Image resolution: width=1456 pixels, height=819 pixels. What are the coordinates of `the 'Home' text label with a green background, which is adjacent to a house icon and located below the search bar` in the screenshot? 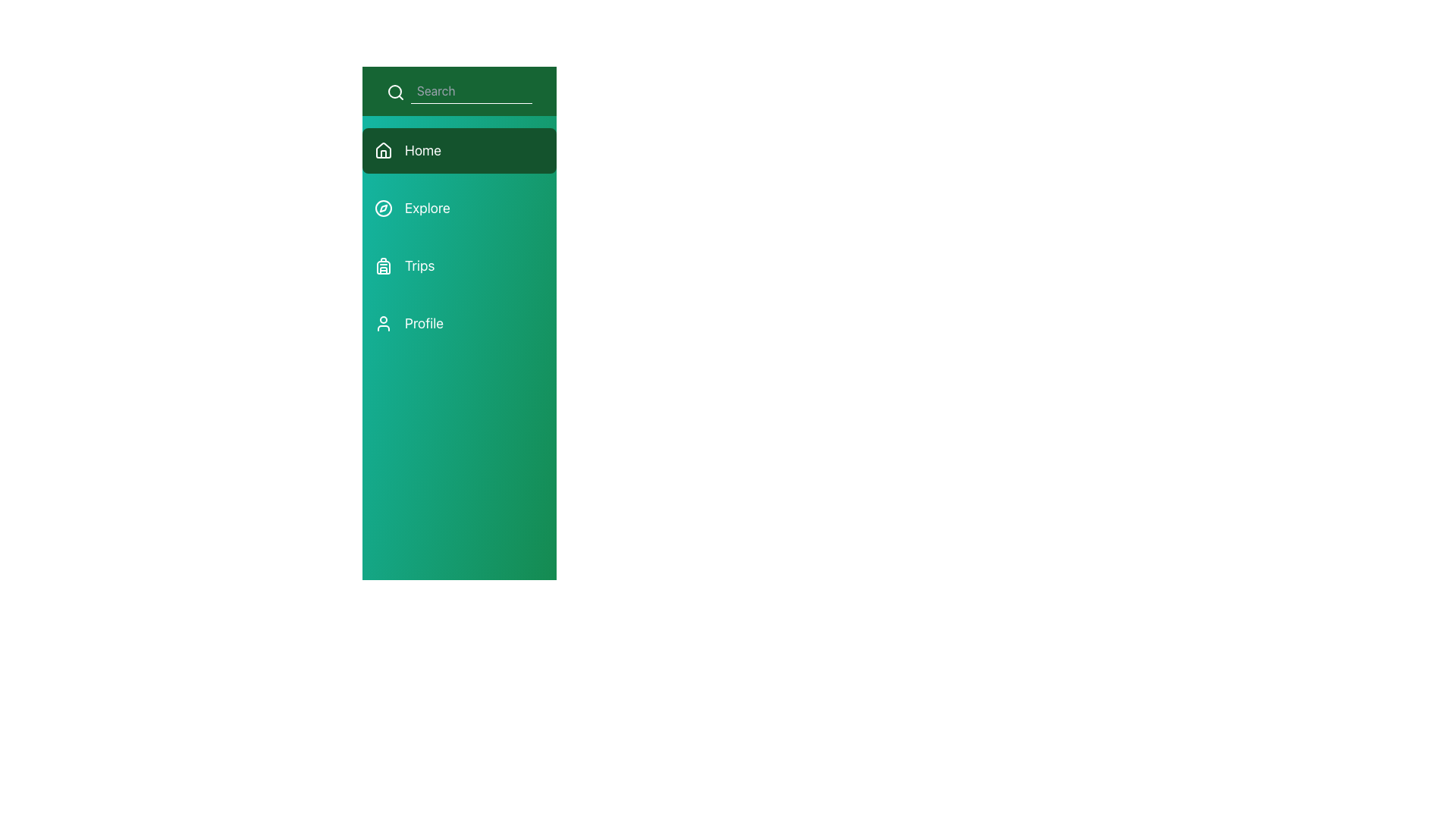 It's located at (422, 151).